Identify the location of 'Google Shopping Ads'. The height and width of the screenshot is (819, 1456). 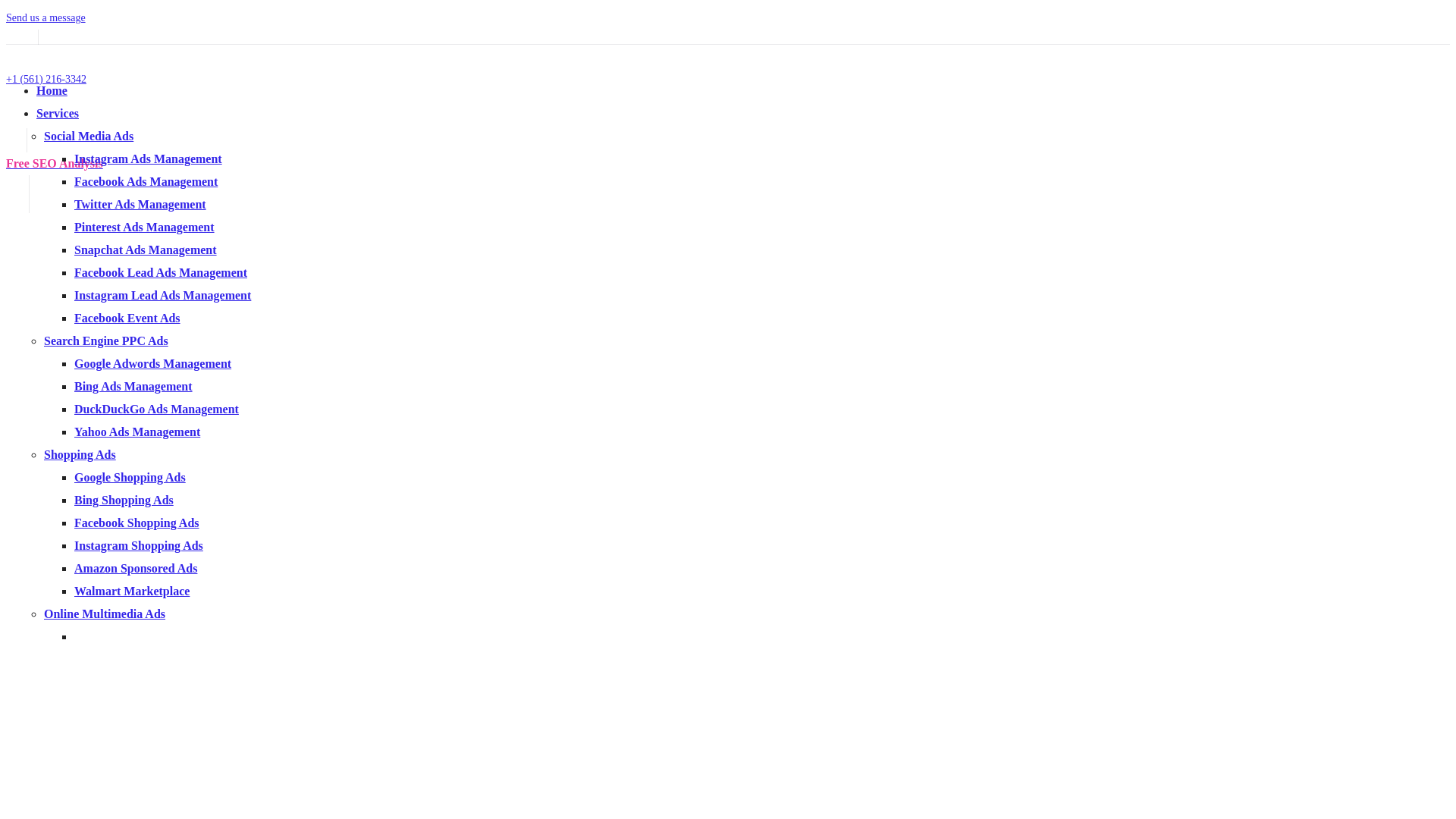
(130, 476).